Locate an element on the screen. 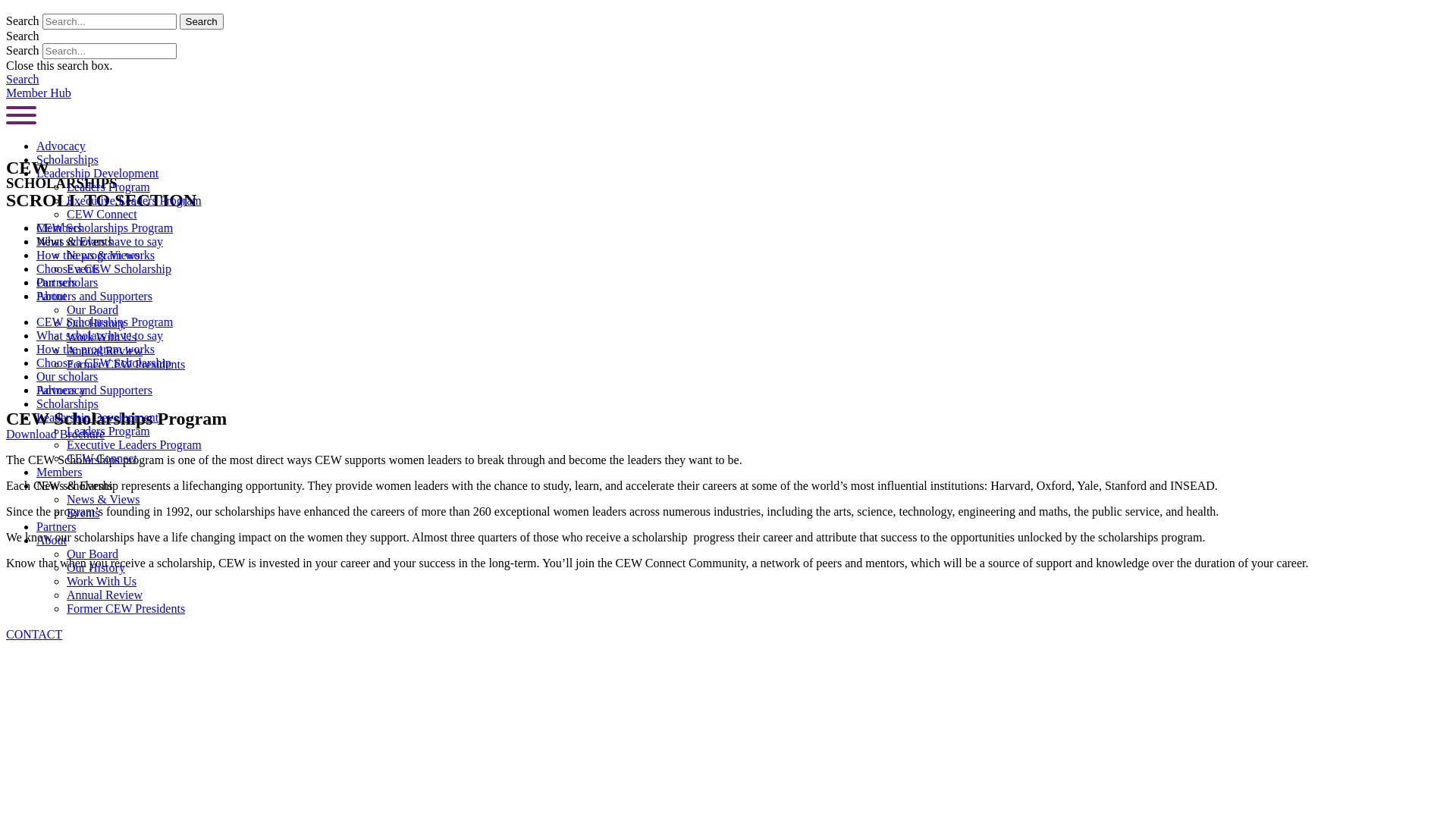 The width and height of the screenshot is (1456, 819). 'Our Board' is located at coordinates (91, 309).